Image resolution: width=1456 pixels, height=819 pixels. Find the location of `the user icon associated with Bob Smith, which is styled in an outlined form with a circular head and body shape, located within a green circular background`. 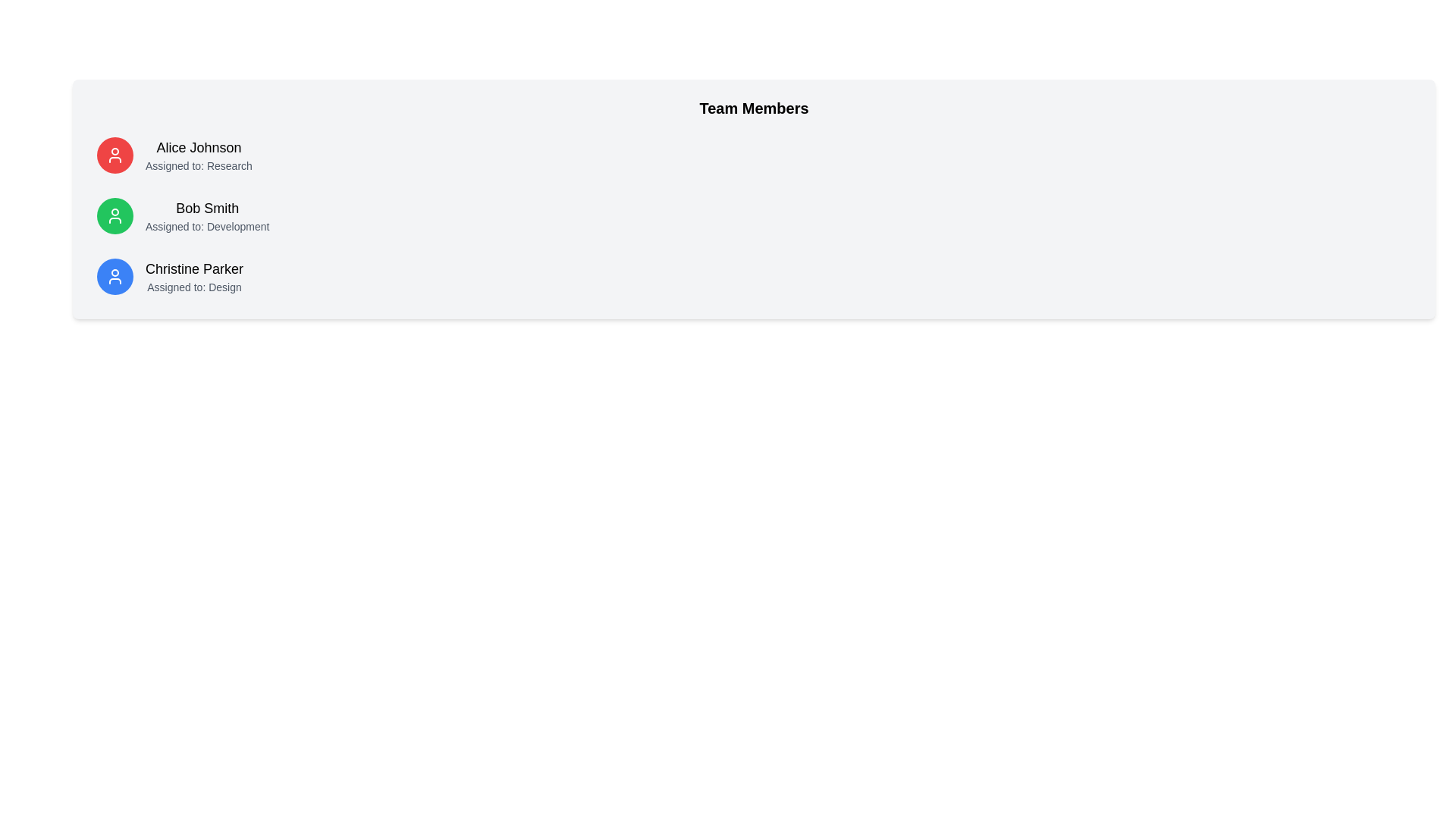

the user icon associated with Bob Smith, which is styled in an outlined form with a circular head and body shape, located within a green circular background is located at coordinates (115, 216).